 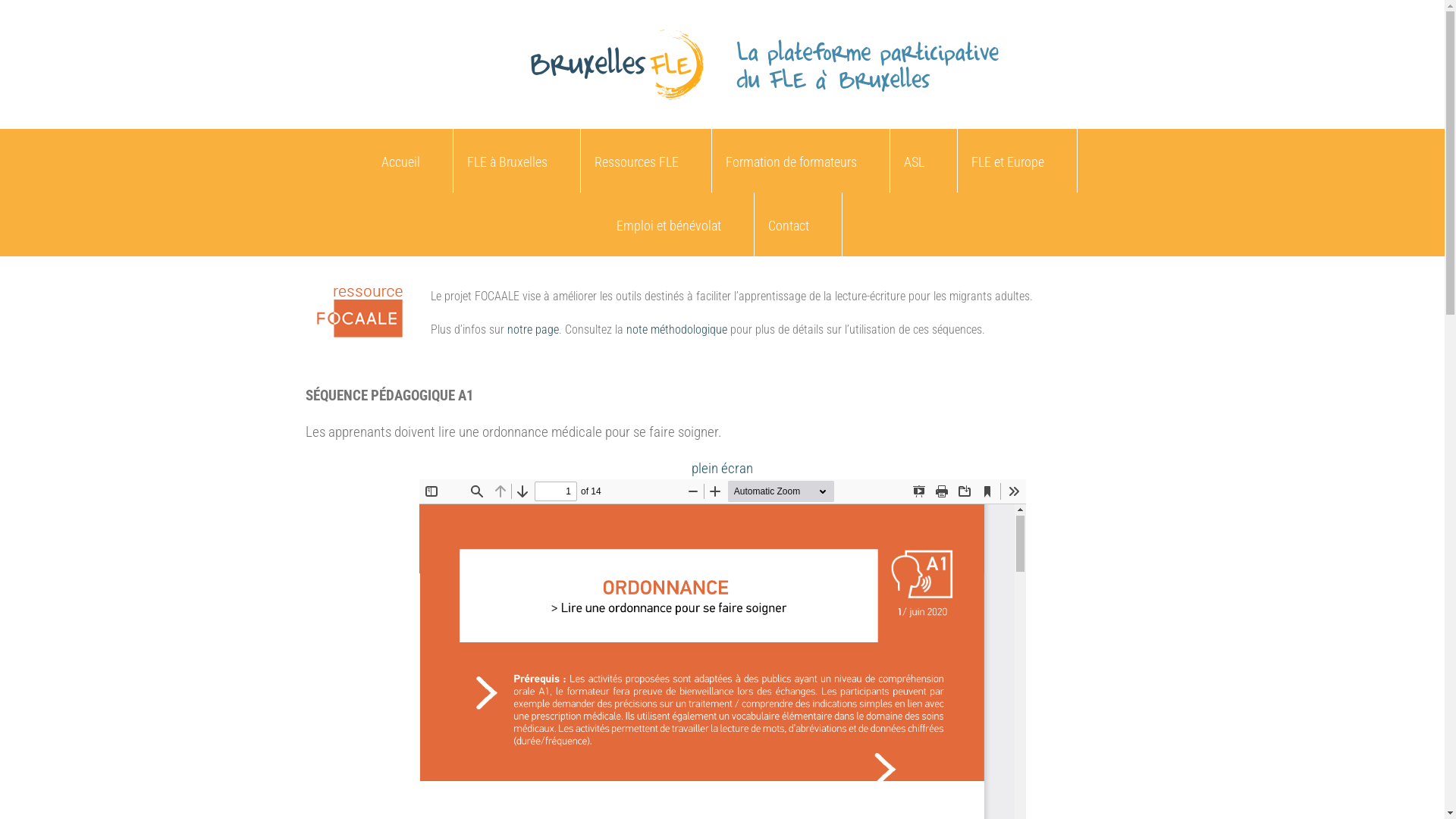 What do you see at coordinates (753, 224) in the screenshot?
I see `'Contact'` at bounding box center [753, 224].